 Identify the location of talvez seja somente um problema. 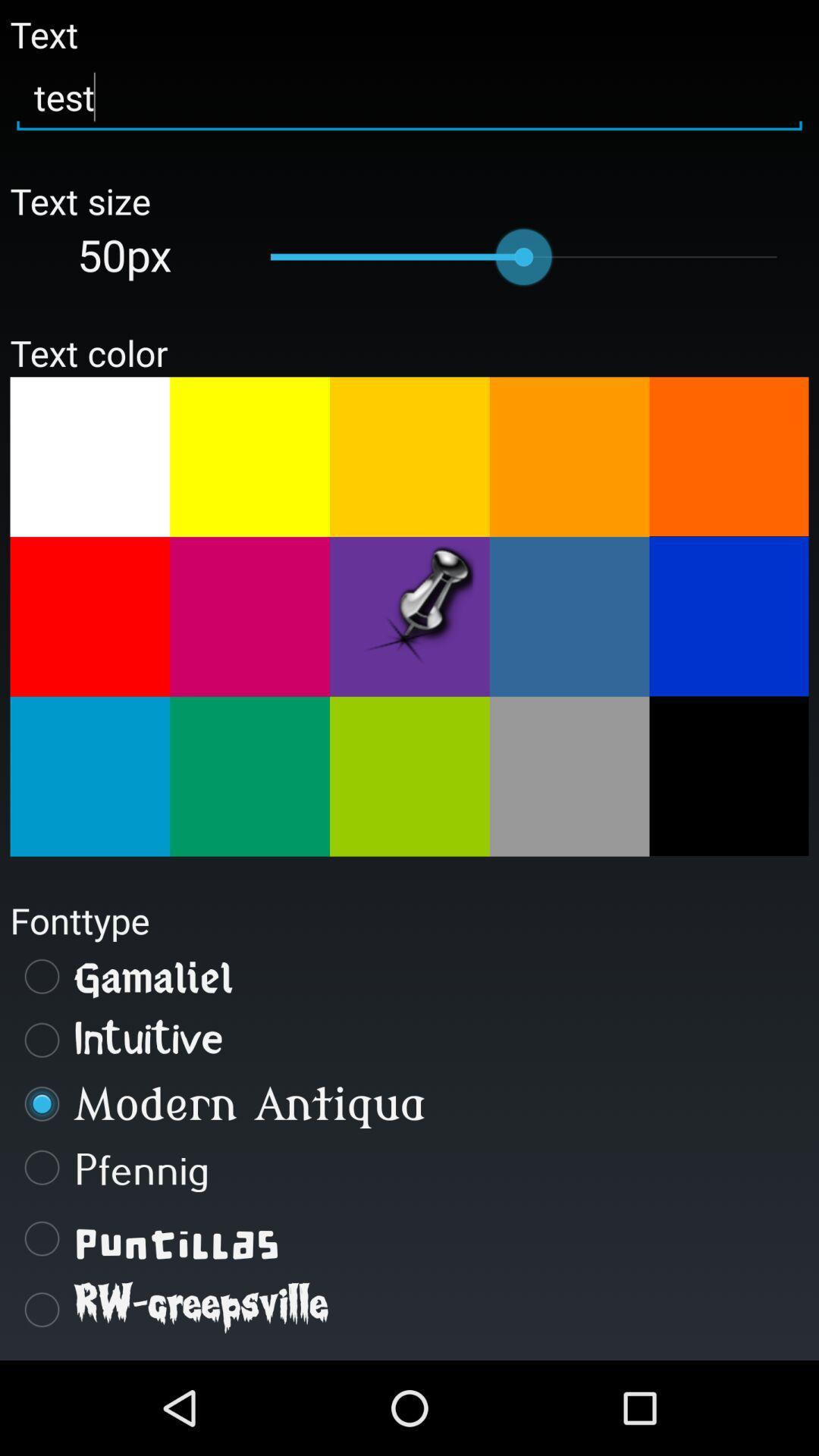
(728, 776).